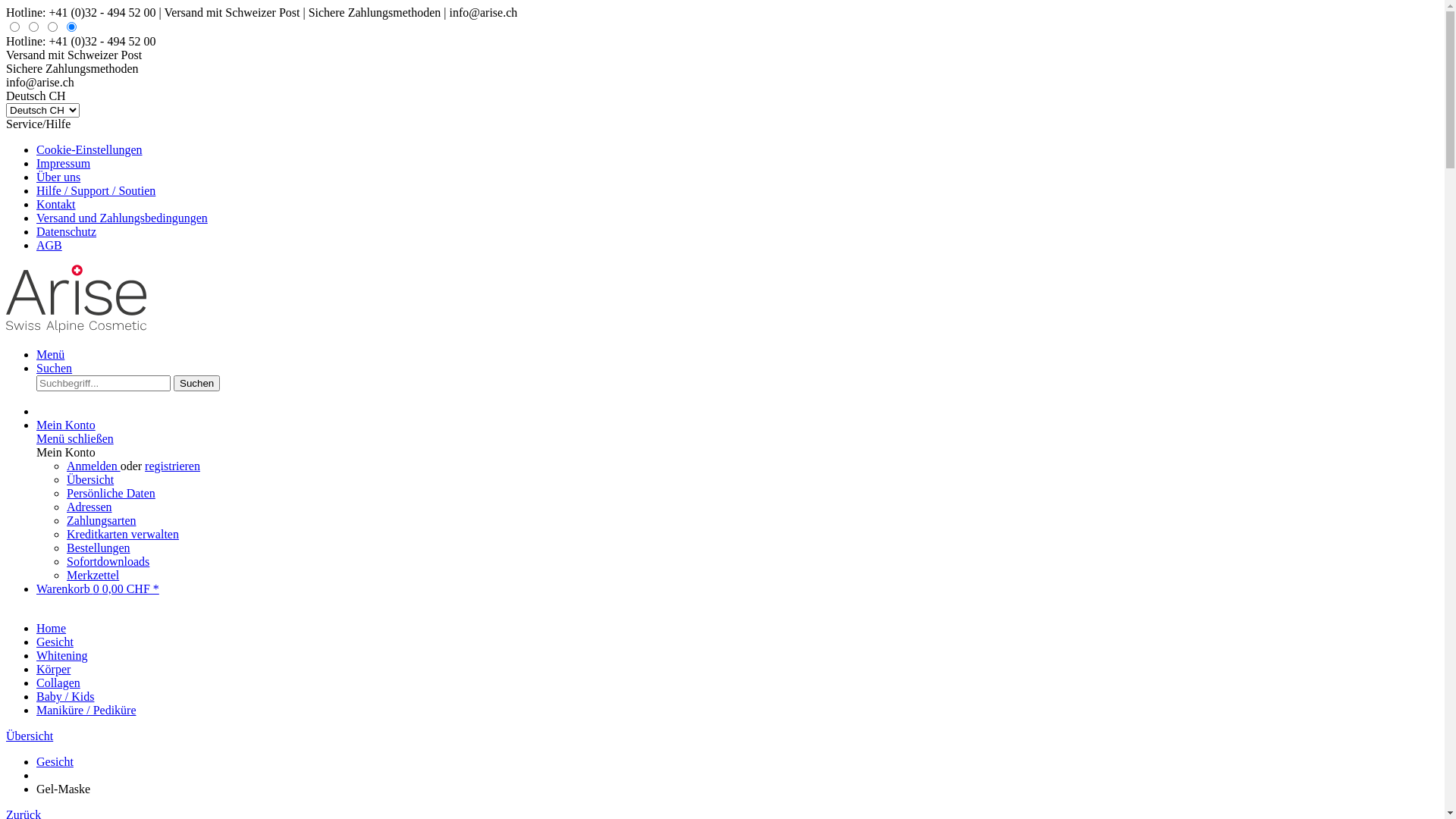  What do you see at coordinates (75, 328) in the screenshot?
I see `'Arise Cosmetic Shop - CH - zur Startseite wechseln'` at bounding box center [75, 328].